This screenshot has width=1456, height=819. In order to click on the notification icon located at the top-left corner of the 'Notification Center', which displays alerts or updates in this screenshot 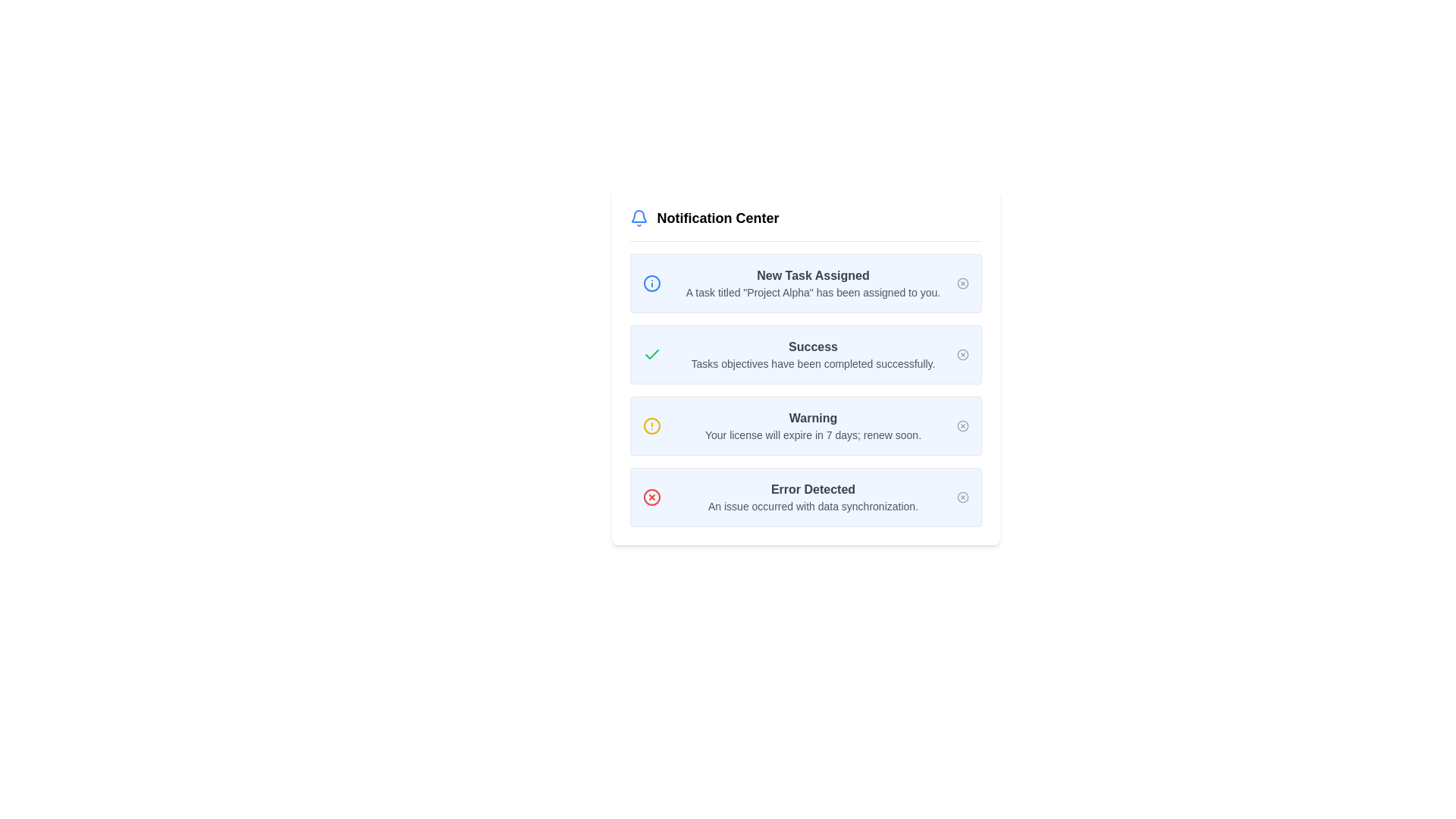, I will do `click(639, 218)`.